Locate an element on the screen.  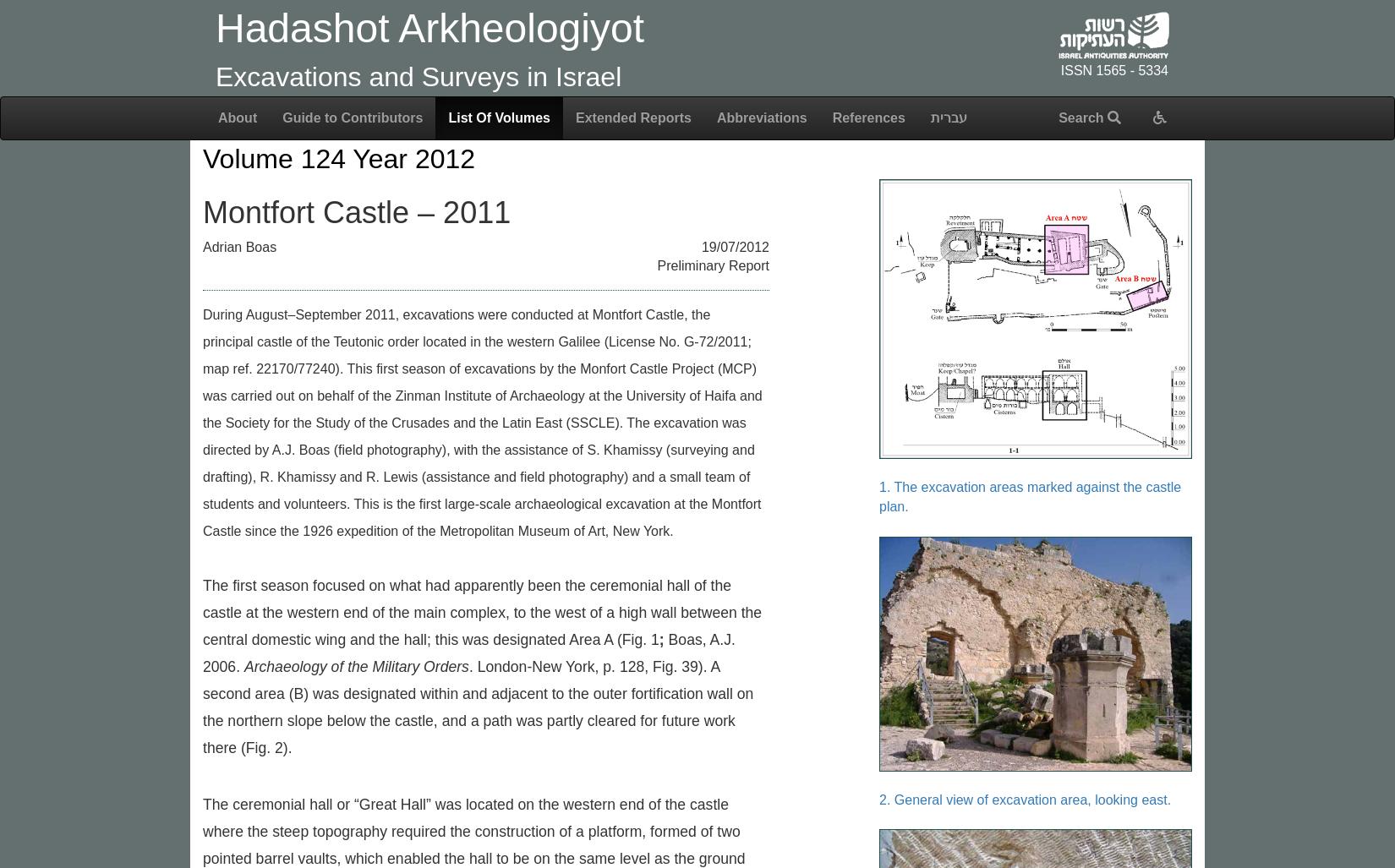
'Archaeology of the Military Orders' is located at coordinates (355, 666).